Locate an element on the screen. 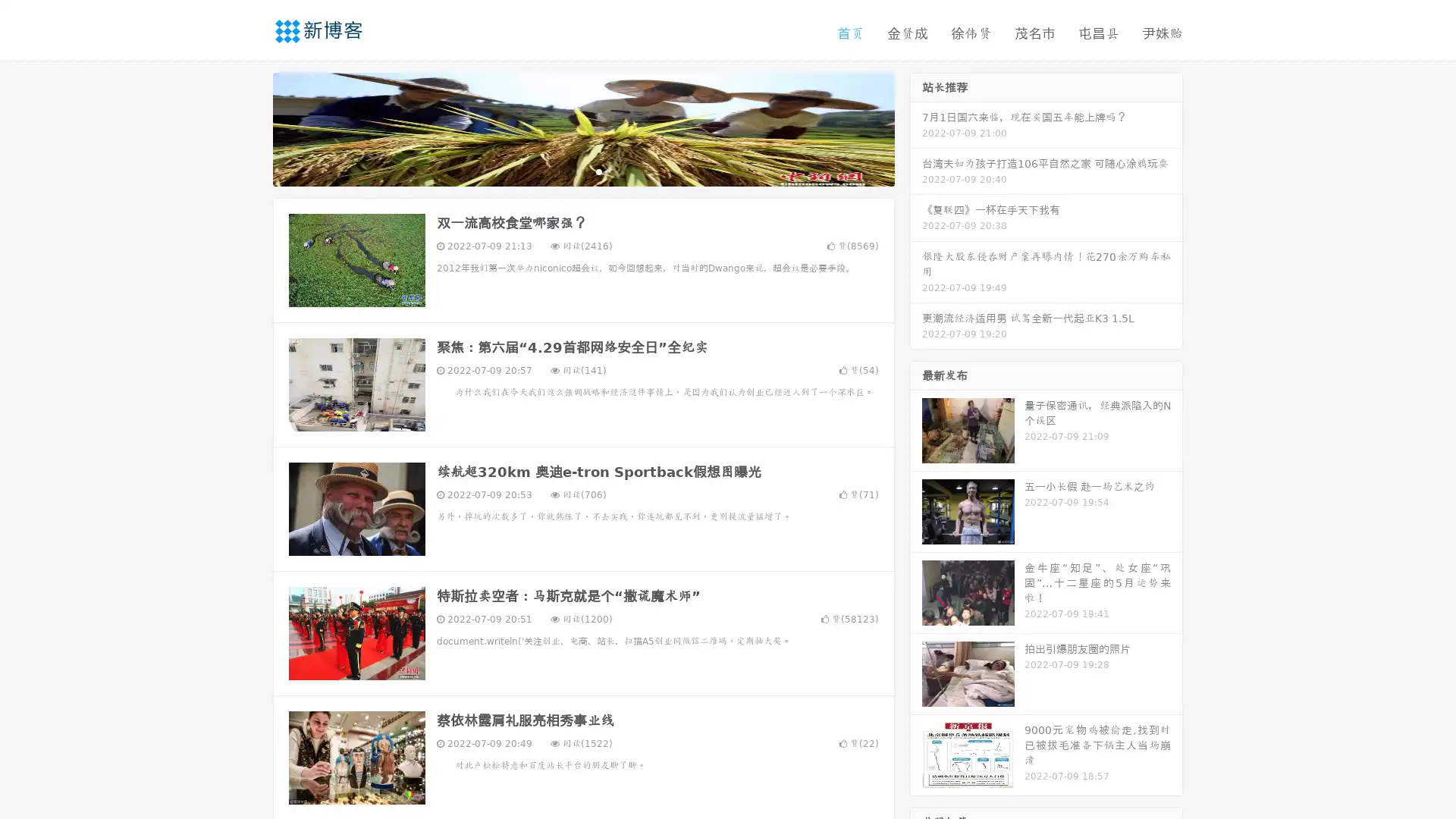 Image resolution: width=1456 pixels, height=819 pixels. Go to slide 1 is located at coordinates (567, 171).